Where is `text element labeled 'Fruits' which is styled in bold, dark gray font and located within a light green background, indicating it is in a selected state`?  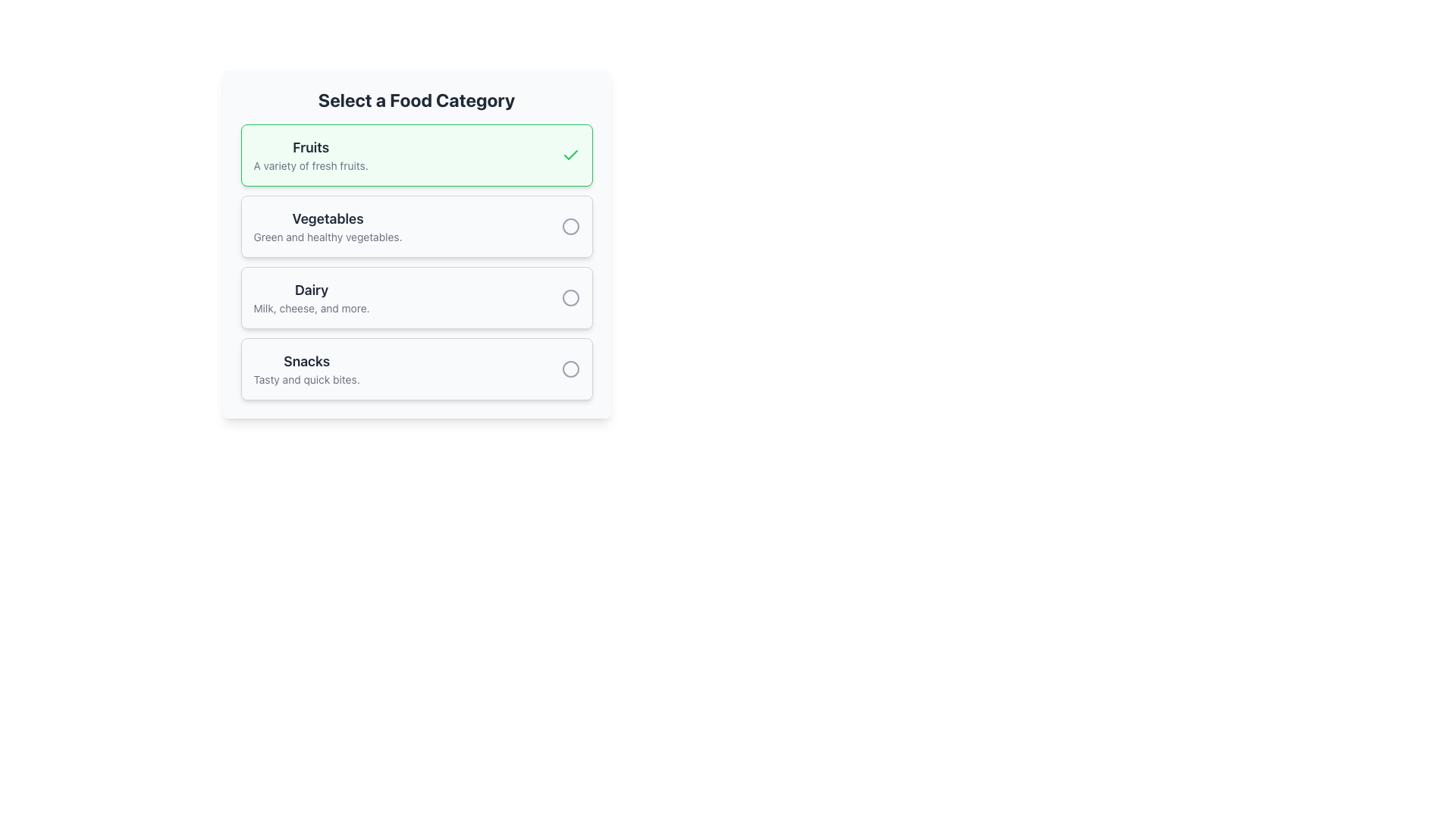
text element labeled 'Fruits' which is styled in bold, dark gray font and located within a light green background, indicating it is in a selected state is located at coordinates (310, 148).